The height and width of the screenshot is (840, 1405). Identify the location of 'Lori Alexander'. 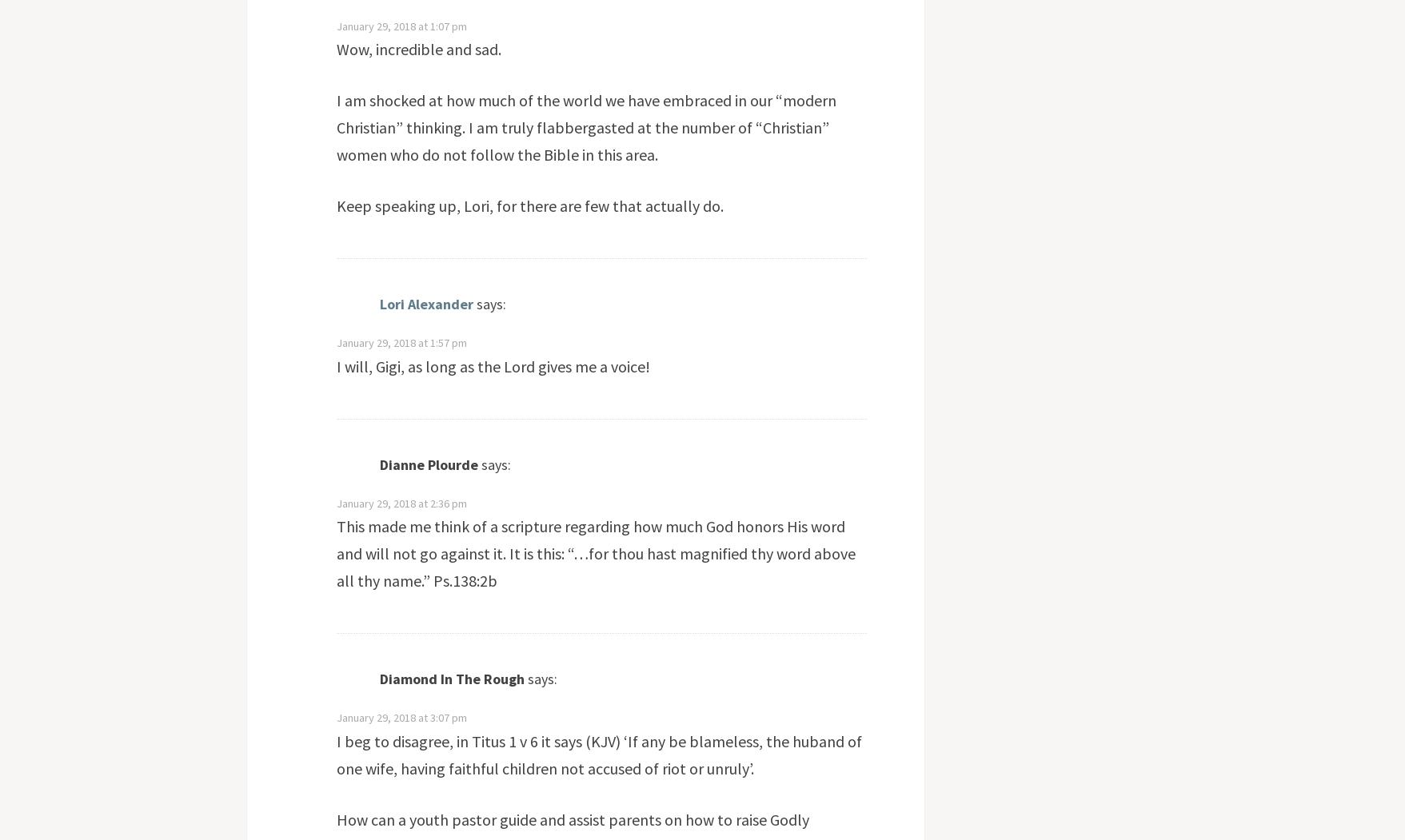
(425, 303).